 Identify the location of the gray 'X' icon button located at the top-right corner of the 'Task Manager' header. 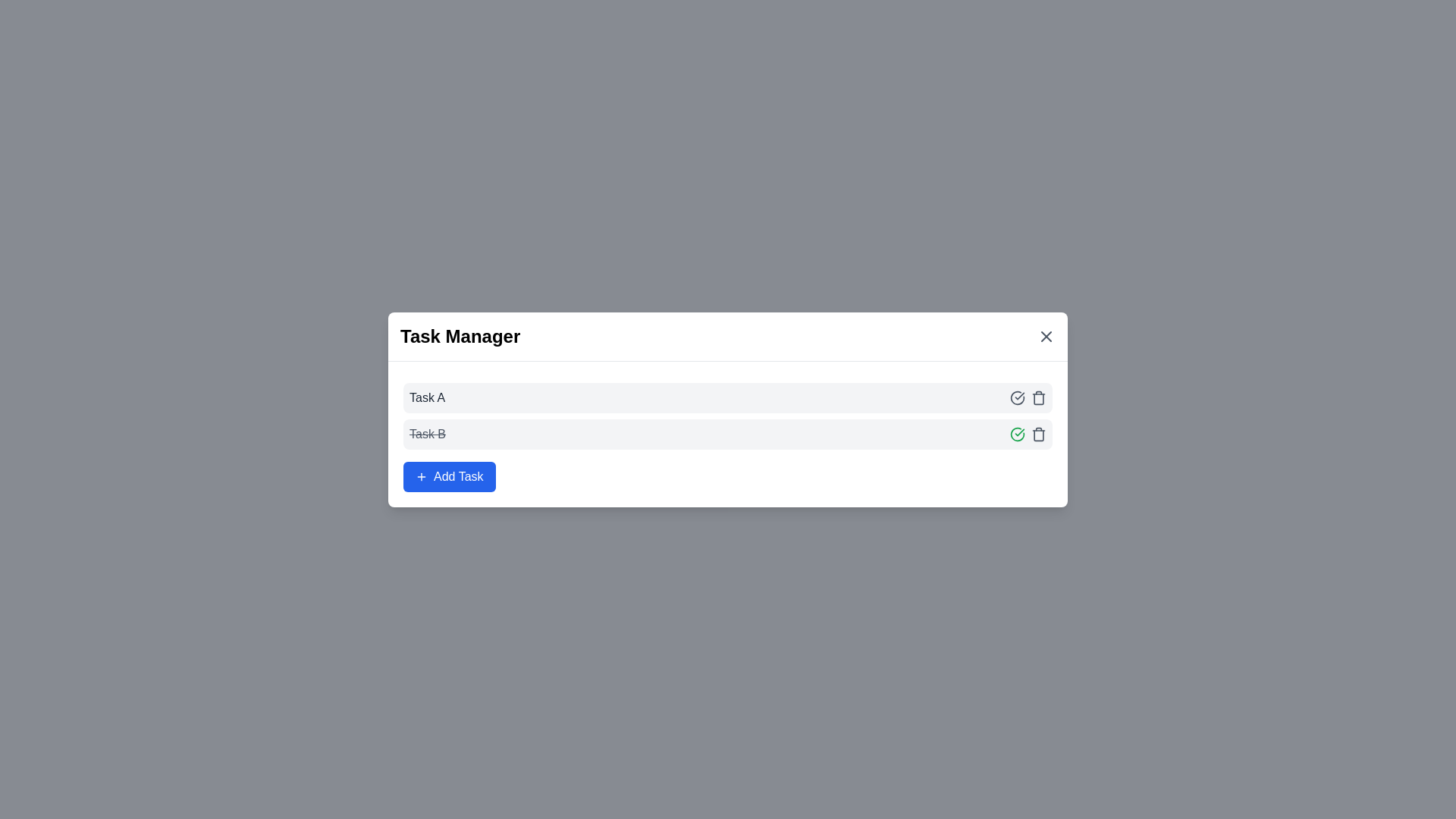
(1046, 335).